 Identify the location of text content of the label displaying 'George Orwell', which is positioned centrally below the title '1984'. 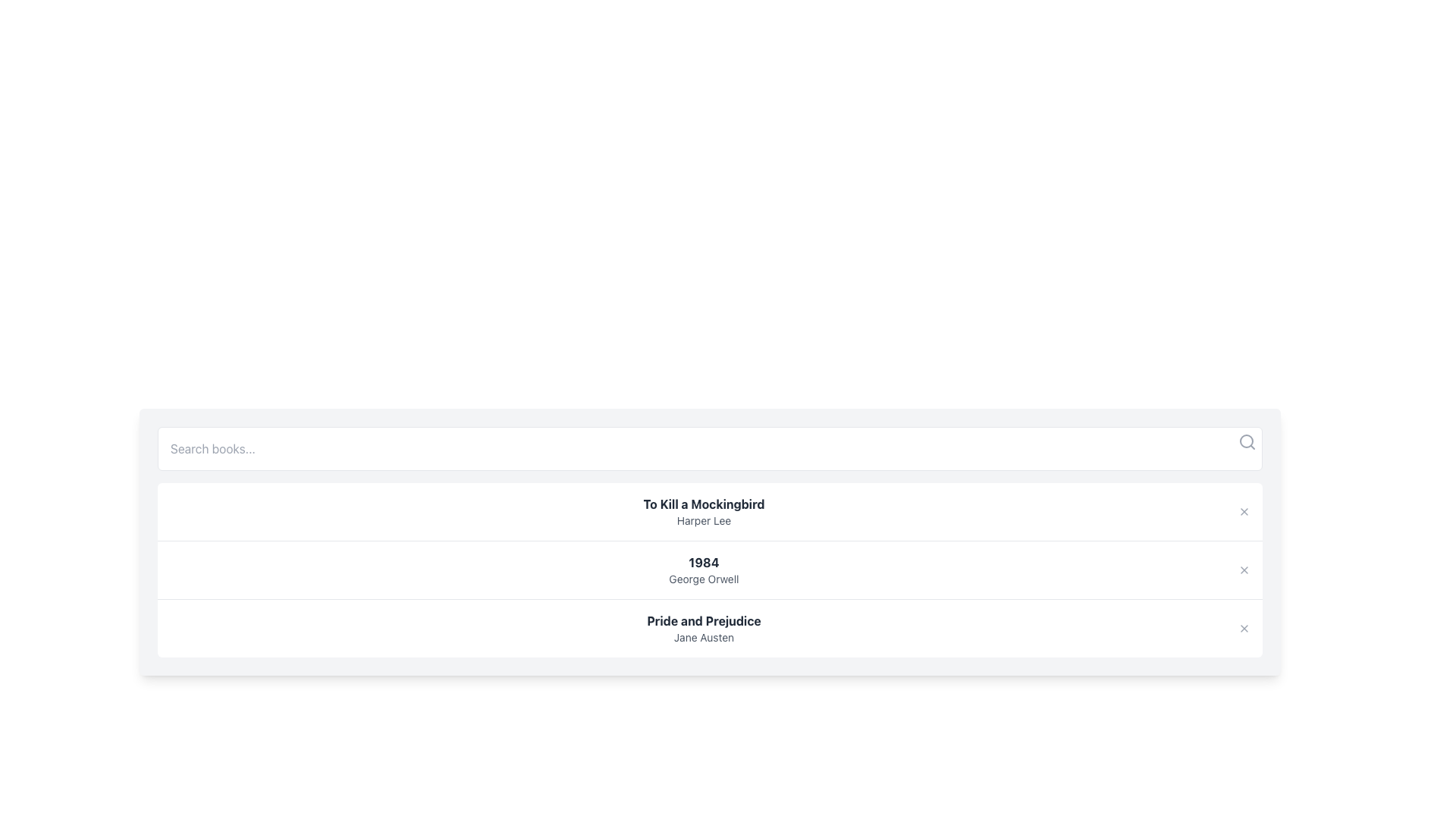
(703, 579).